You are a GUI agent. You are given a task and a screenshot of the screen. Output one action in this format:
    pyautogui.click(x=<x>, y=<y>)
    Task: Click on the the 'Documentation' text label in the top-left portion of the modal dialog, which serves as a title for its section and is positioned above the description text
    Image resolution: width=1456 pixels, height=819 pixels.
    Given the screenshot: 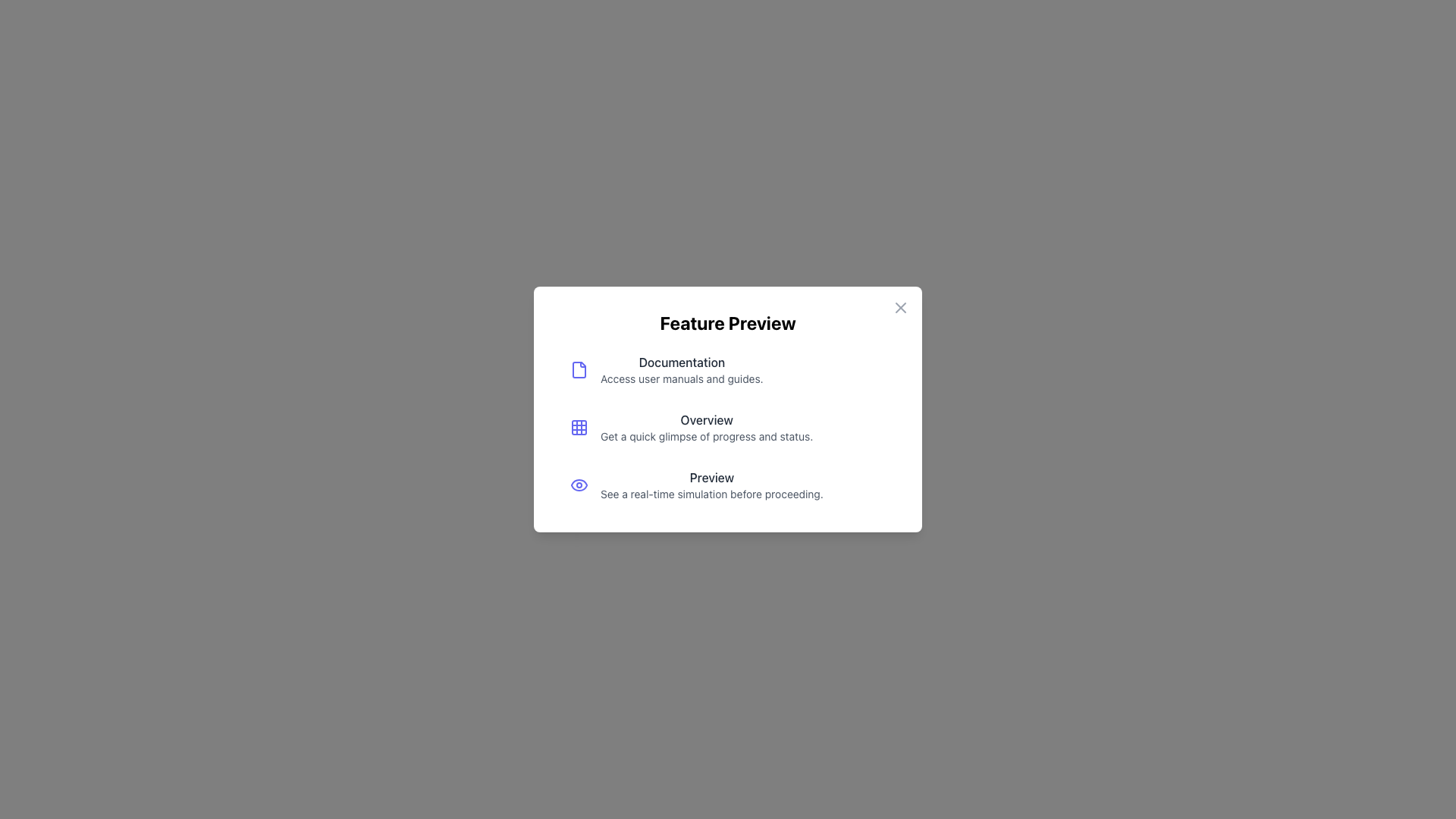 What is the action you would take?
    pyautogui.click(x=681, y=362)
    